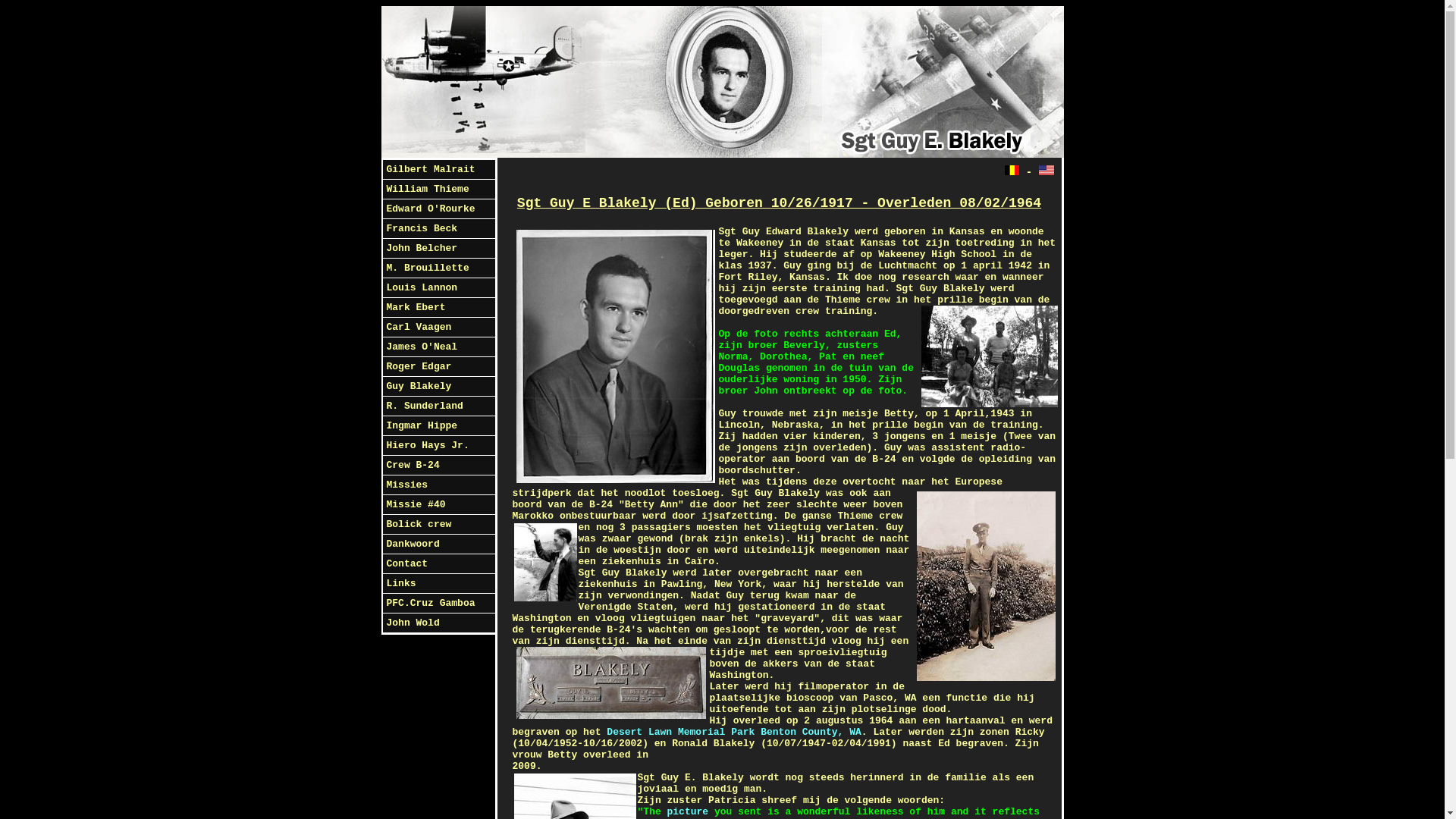  I want to click on 'James O'Neal', so click(437, 347).